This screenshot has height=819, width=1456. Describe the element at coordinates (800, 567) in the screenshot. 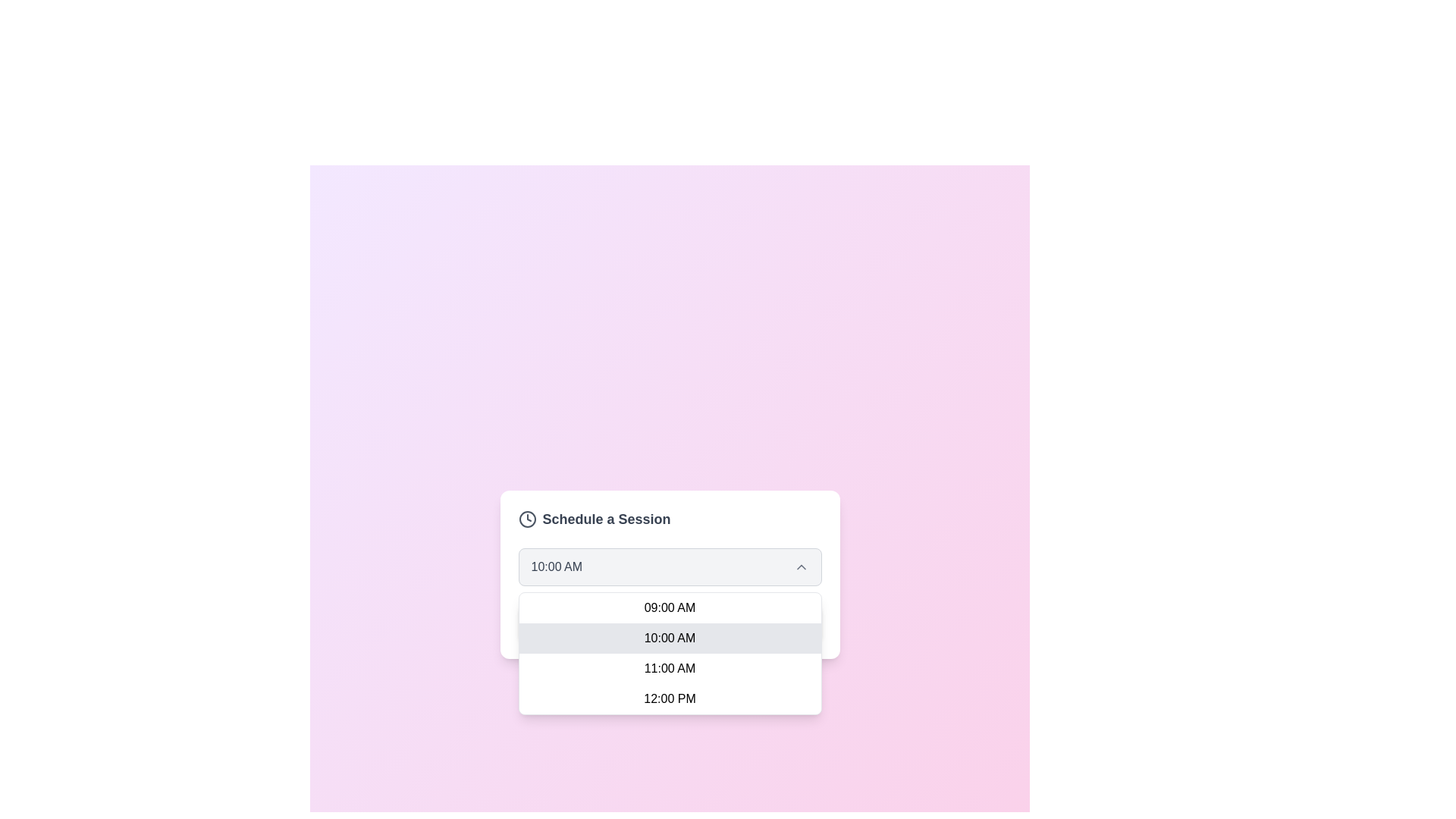

I see `the upward-oriented icon located at the right end of the '10:00 AM' dropdown menu` at that location.